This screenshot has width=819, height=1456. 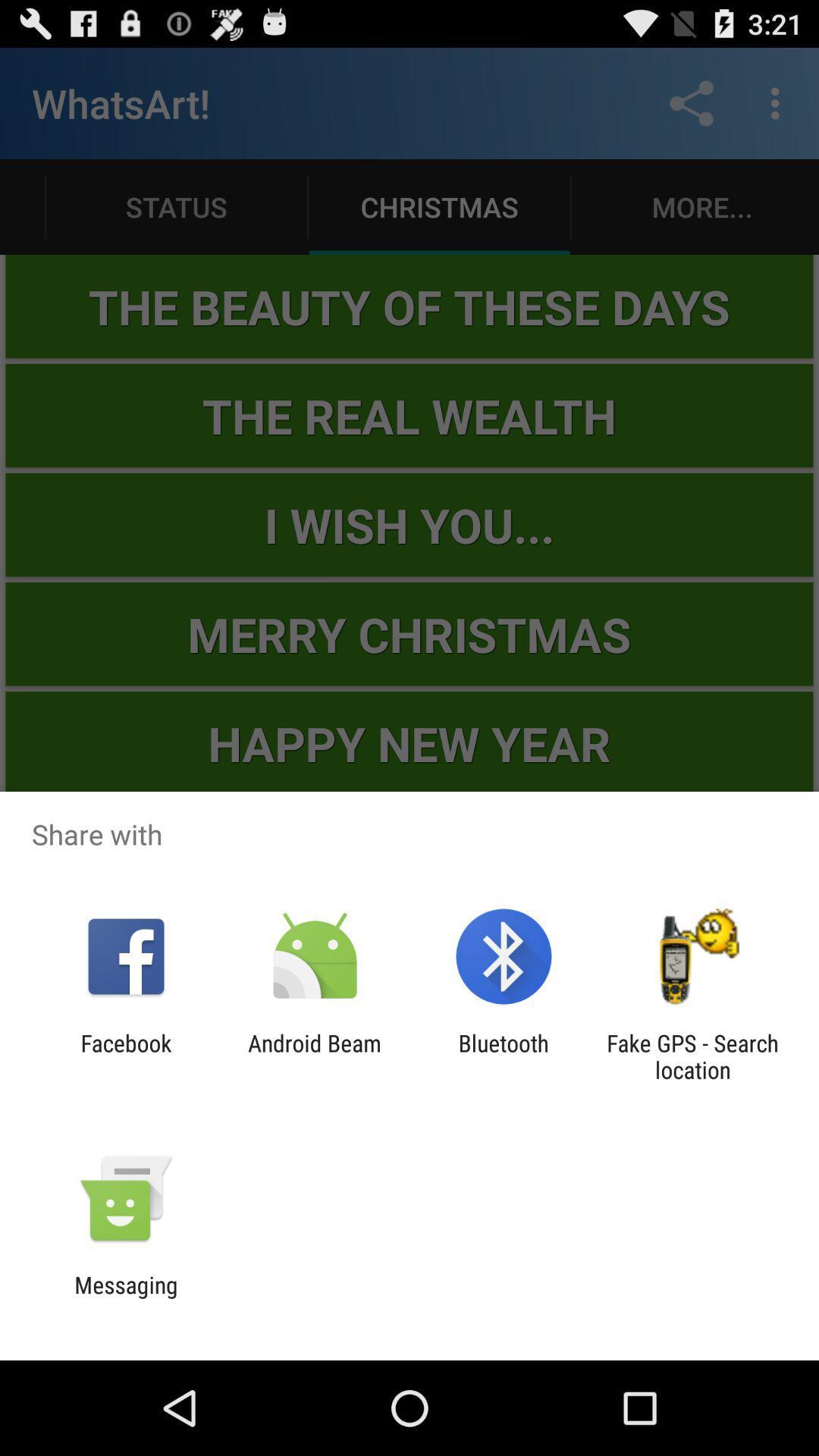 I want to click on the item next to bluetooth item, so click(x=314, y=1056).